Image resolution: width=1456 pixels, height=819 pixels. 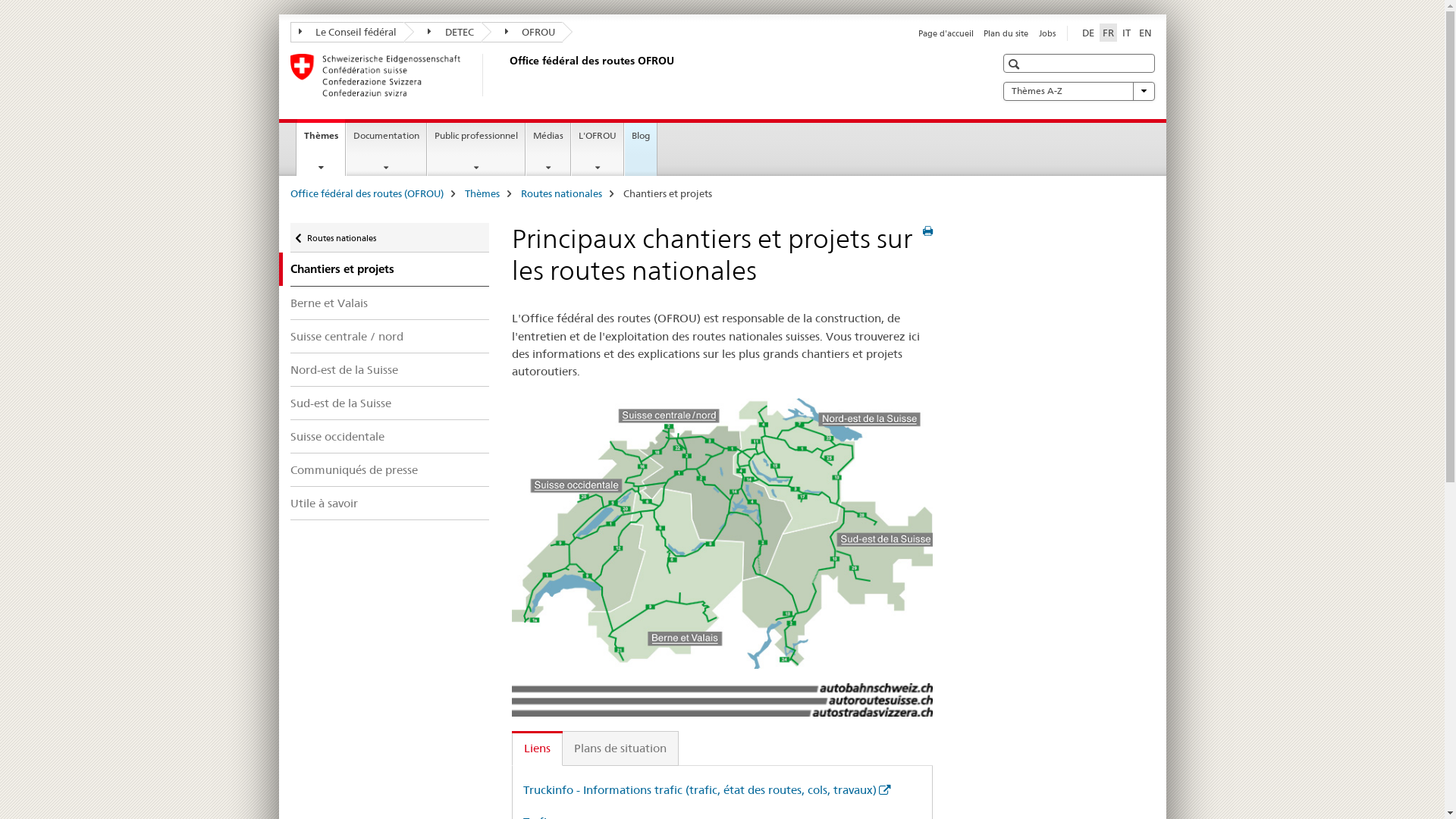 What do you see at coordinates (596, 149) in the screenshot?
I see `'L'OFROU'` at bounding box center [596, 149].